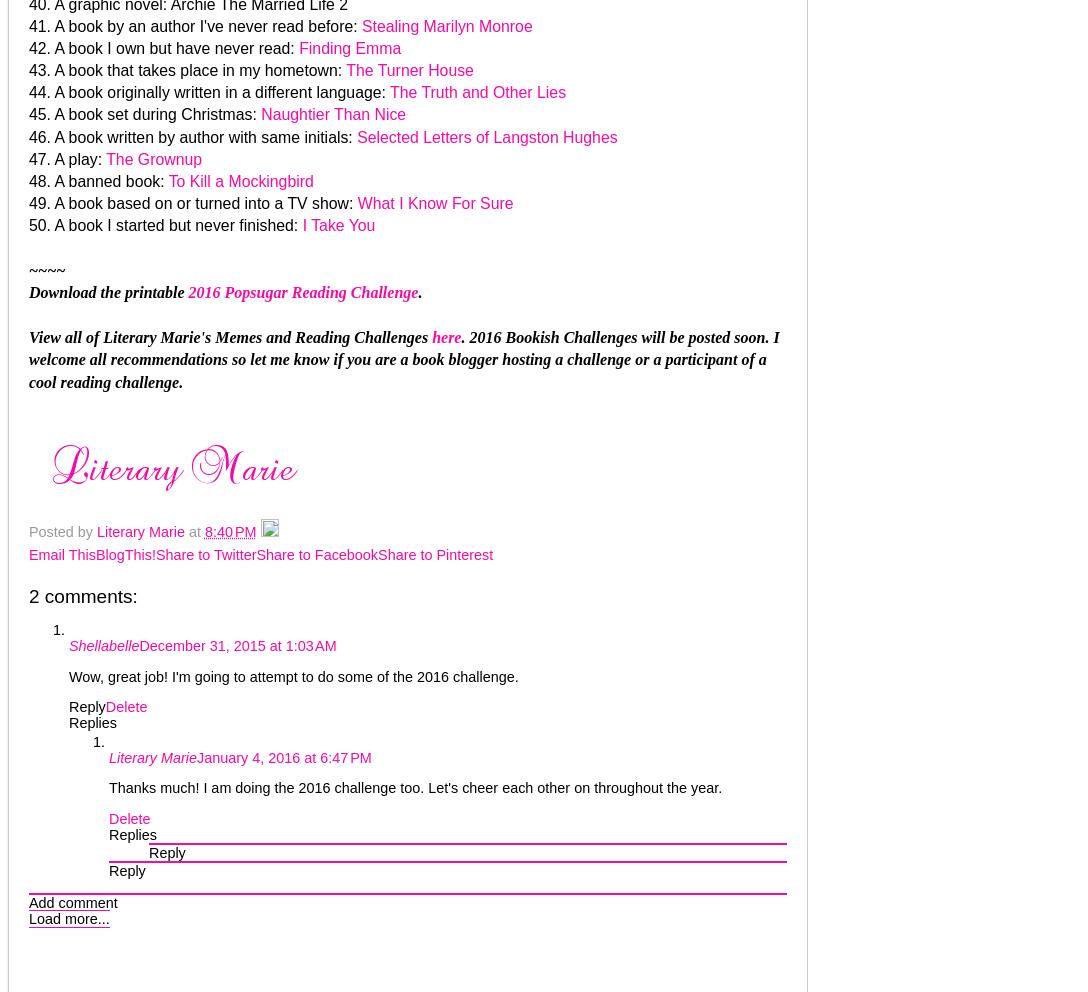 This screenshot has width=1088, height=992. I want to click on 'Download the printable', so click(108, 292).